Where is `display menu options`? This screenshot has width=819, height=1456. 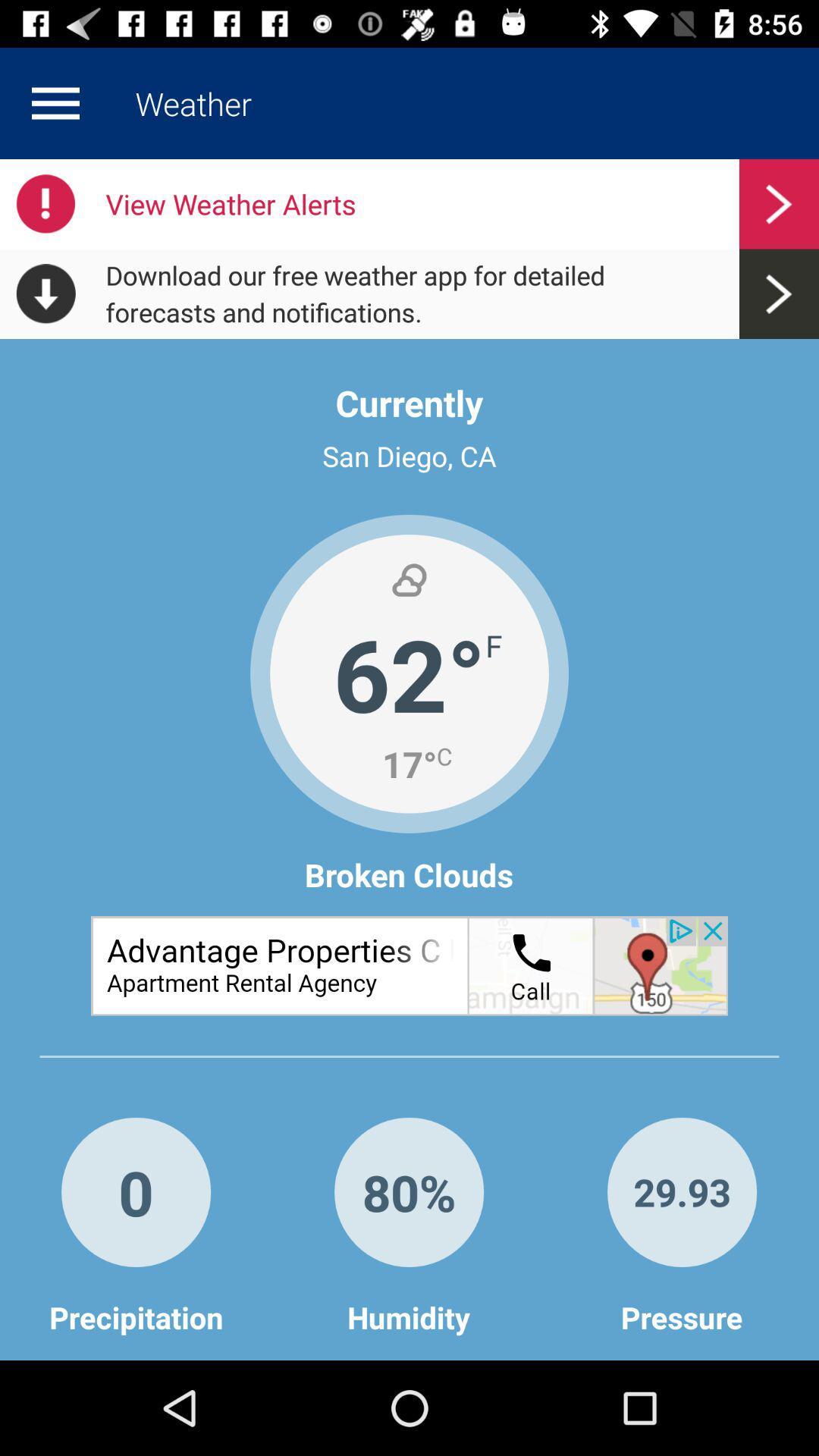
display menu options is located at coordinates (55, 102).